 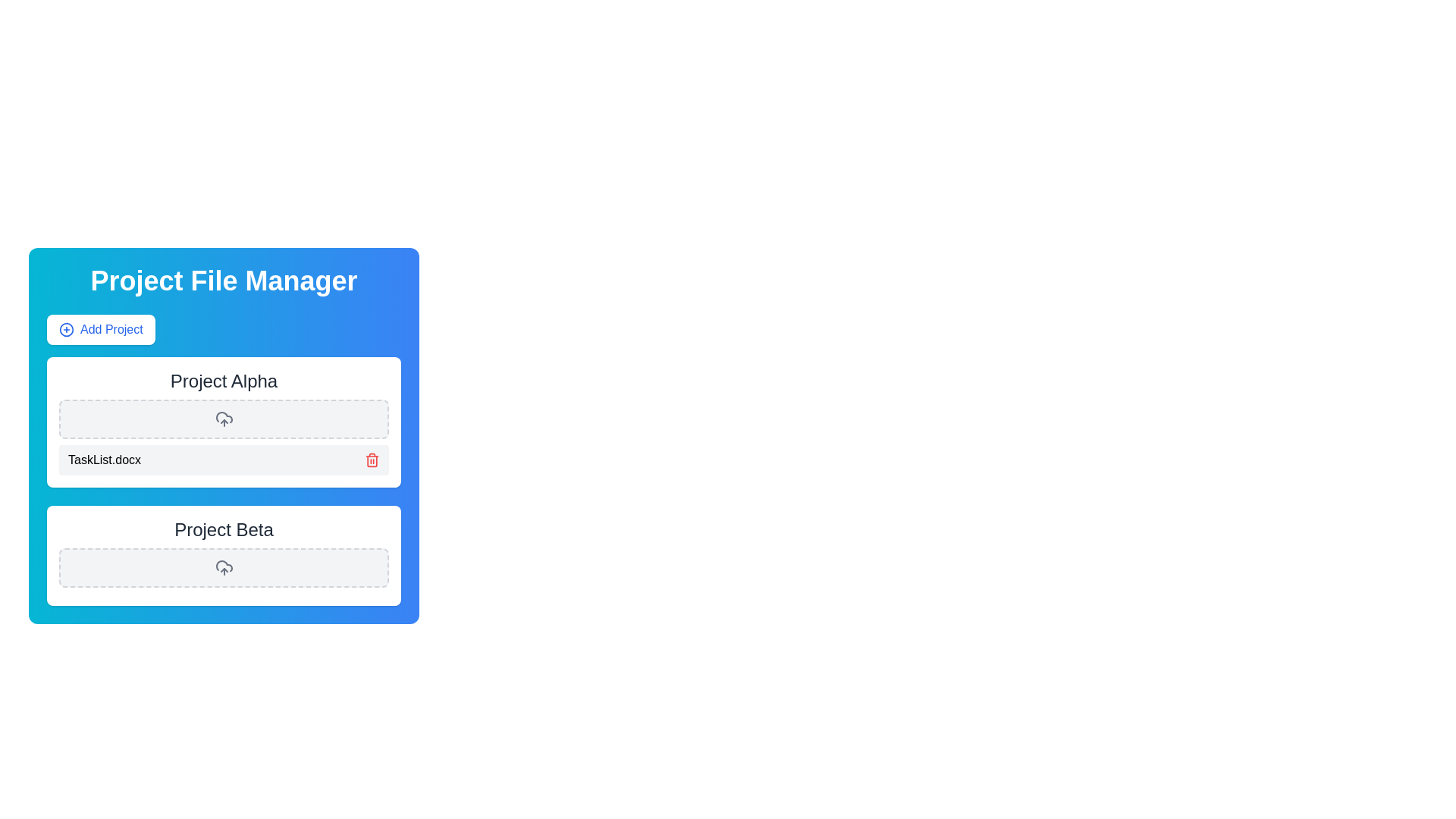 What do you see at coordinates (65, 329) in the screenshot?
I see `the 'Add Project' button icon located at the upper-left portion of the interface, which represents the action of adding a new project` at bounding box center [65, 329].